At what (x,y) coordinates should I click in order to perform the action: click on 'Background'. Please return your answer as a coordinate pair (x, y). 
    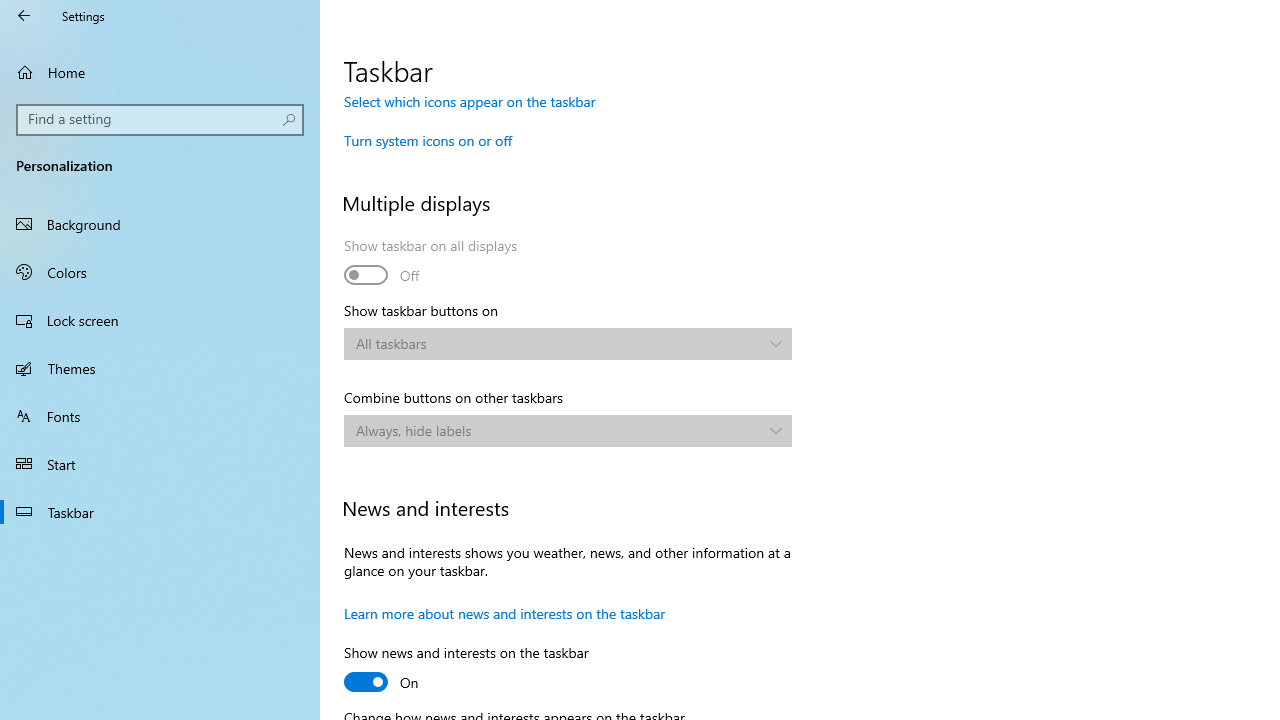
    Looking at the image, I should click on (160, 223).